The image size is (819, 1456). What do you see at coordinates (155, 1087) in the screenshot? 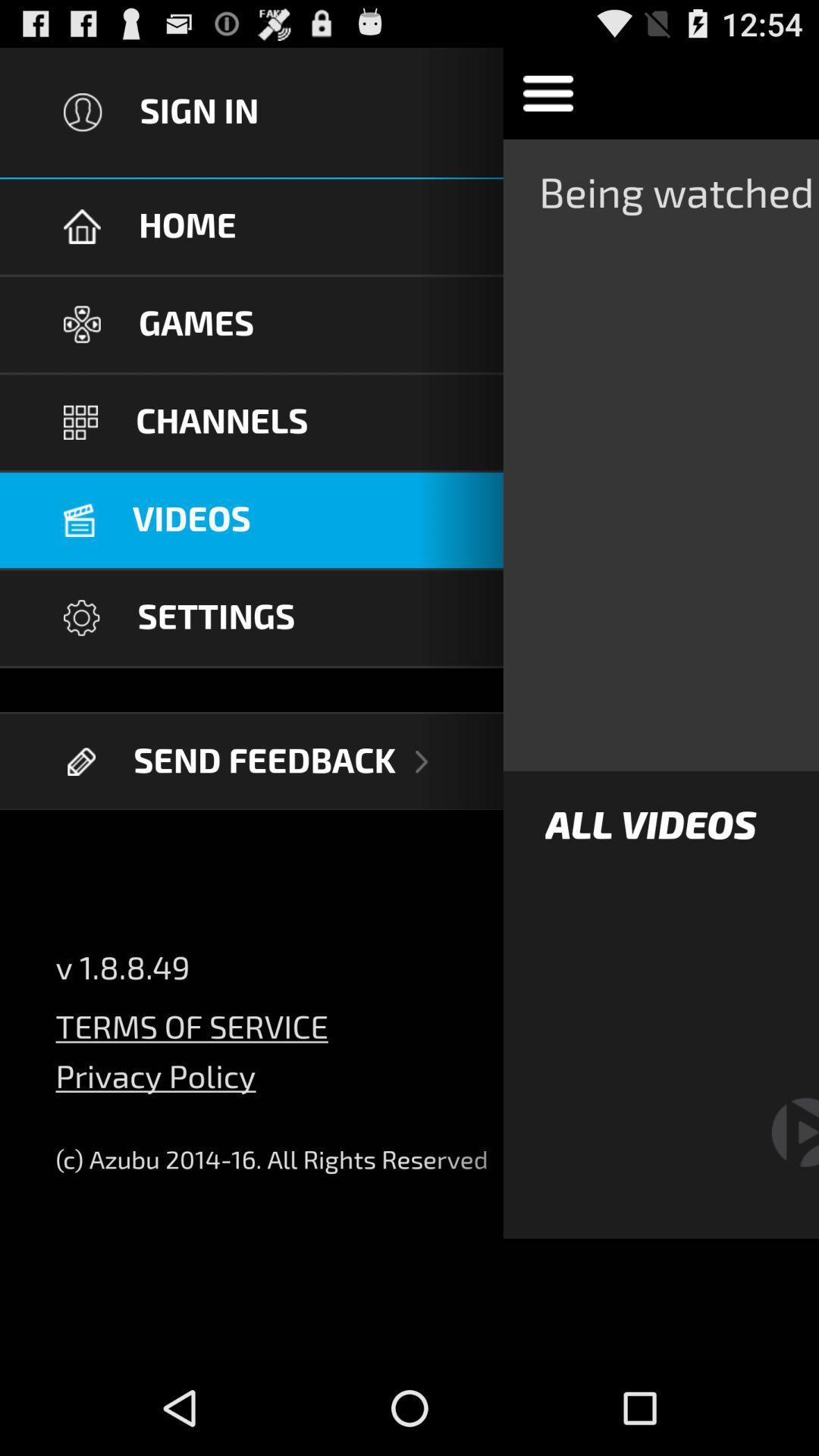
I see `icon below terms of service item` at bounding box center [155, 1087].